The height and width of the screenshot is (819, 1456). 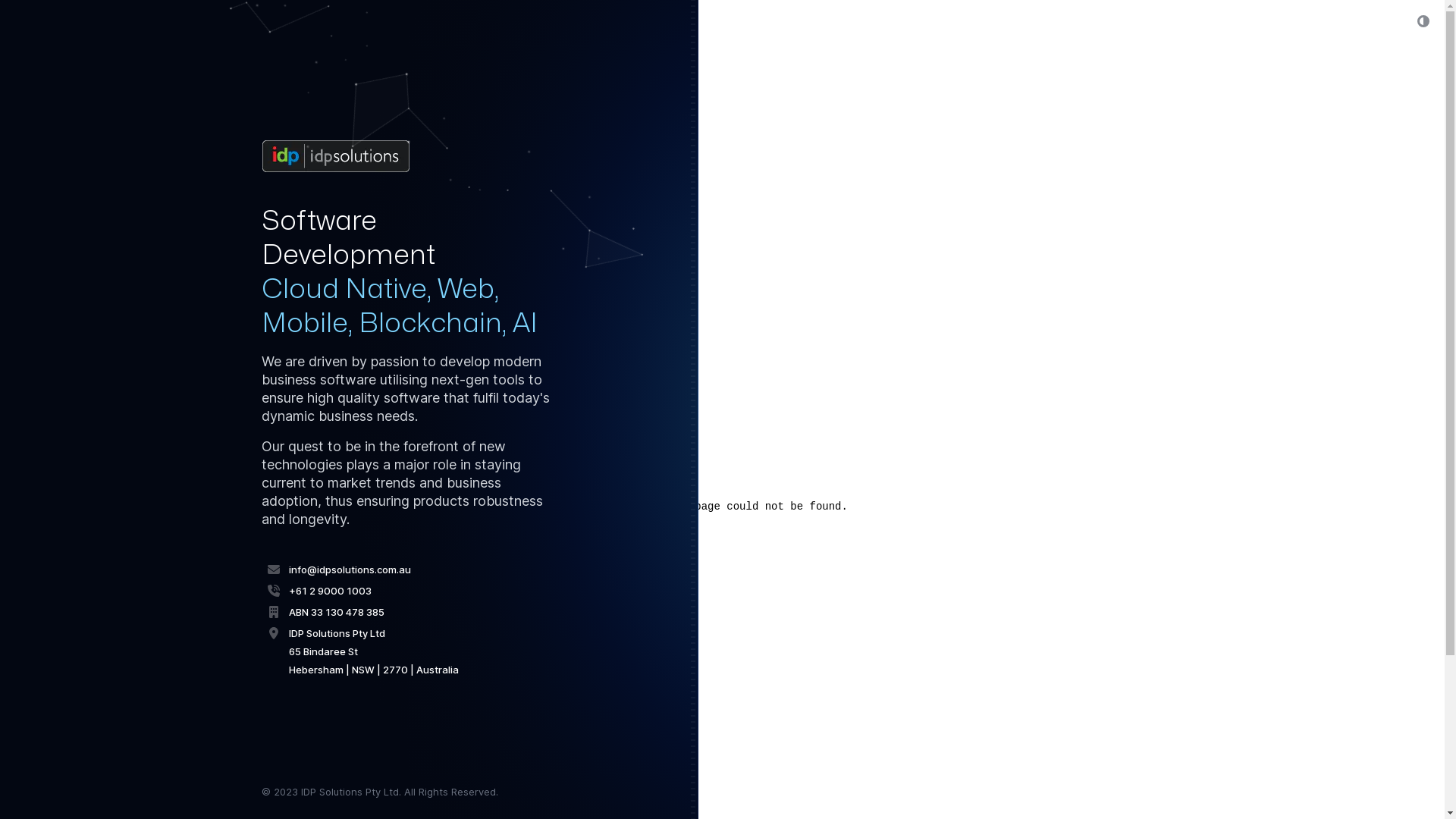 What do you see at coordinates (1422, 20) in the screenshot?
I see `'Switch to dark theme'` at bounding box center [1422, 20].